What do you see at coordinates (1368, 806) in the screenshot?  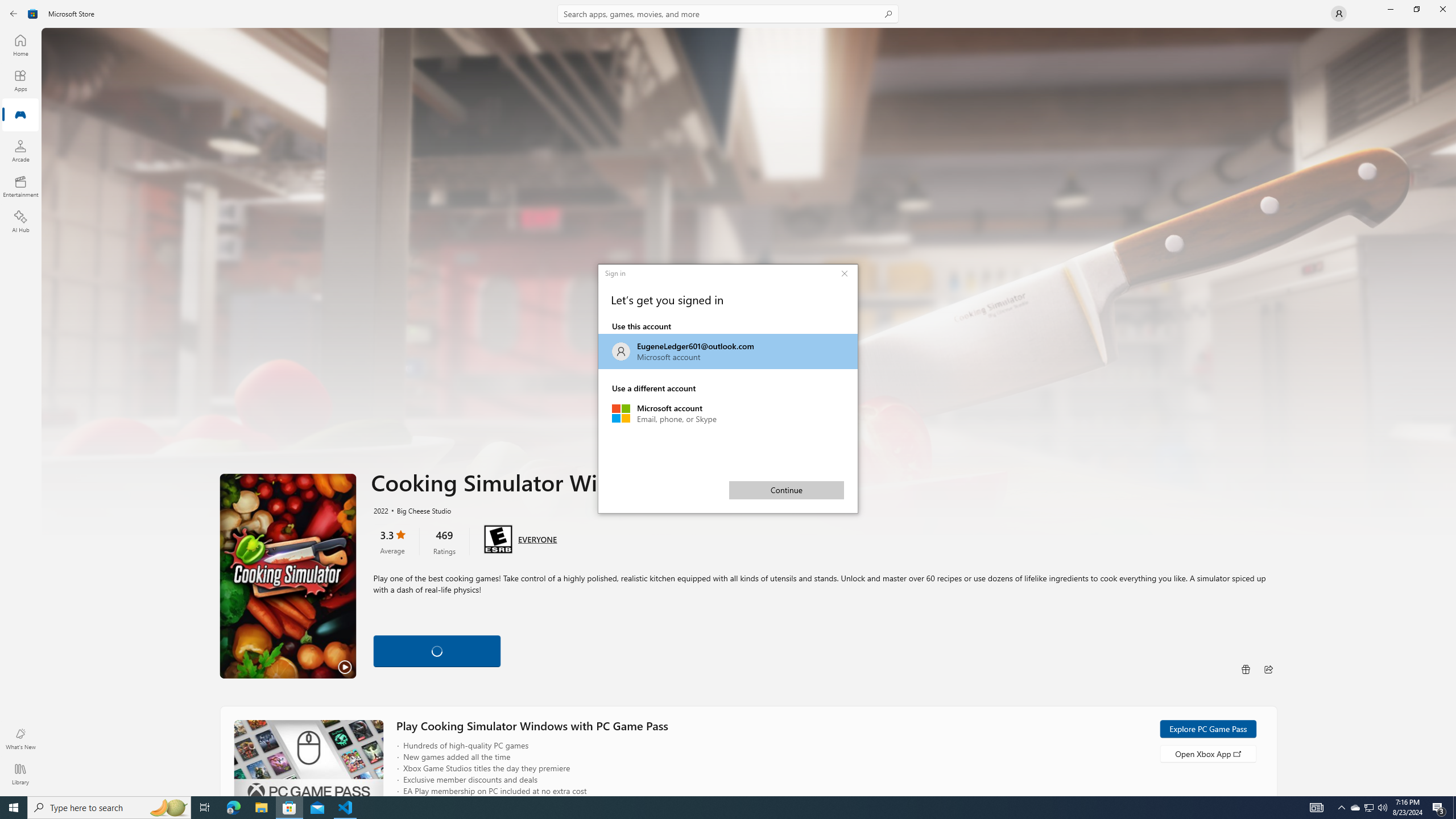 I see `'User Promoted Notification Area'` at bounding box center [1368, 806].